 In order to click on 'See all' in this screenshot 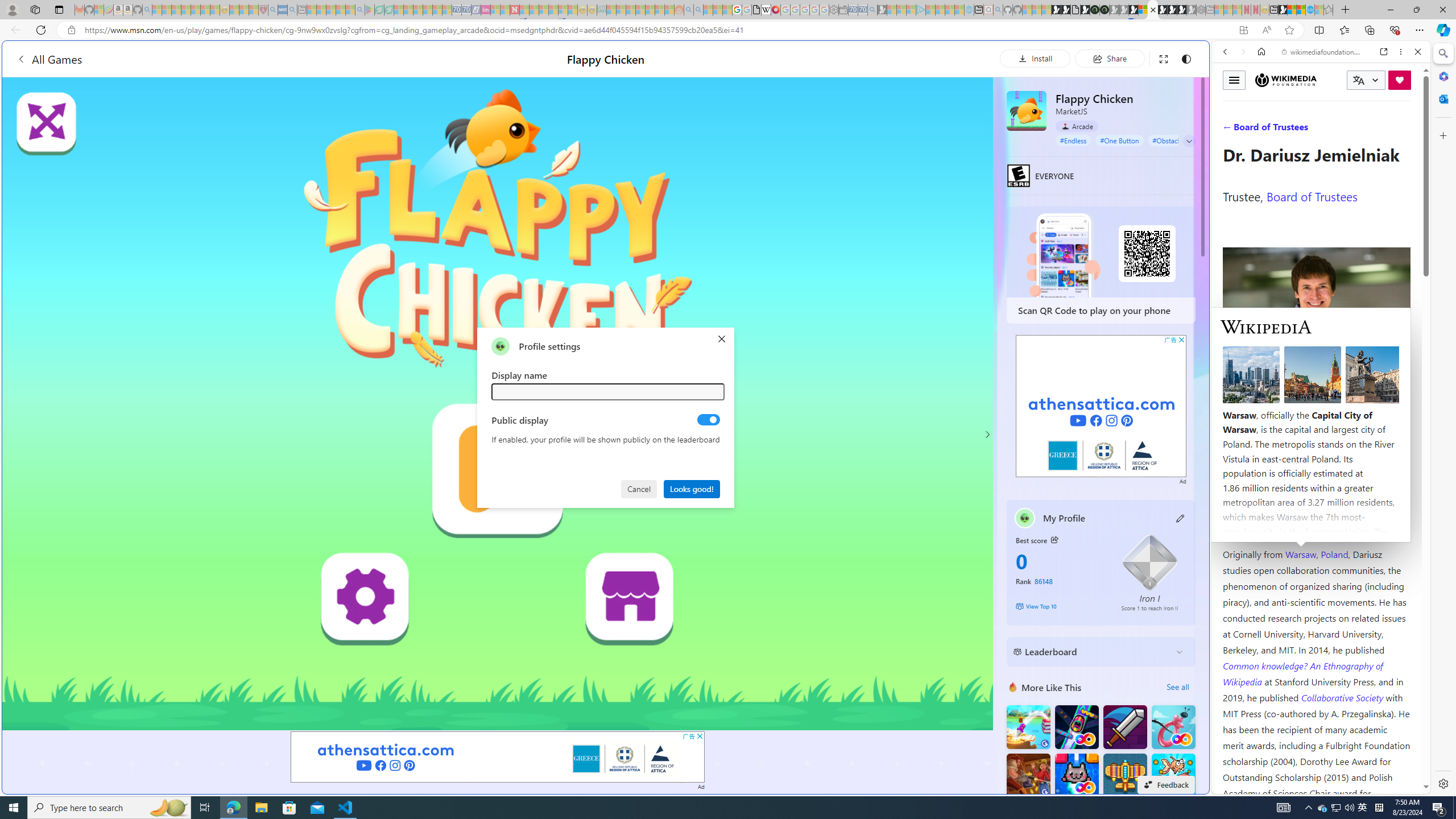, I will do `click(1177, 686)`.